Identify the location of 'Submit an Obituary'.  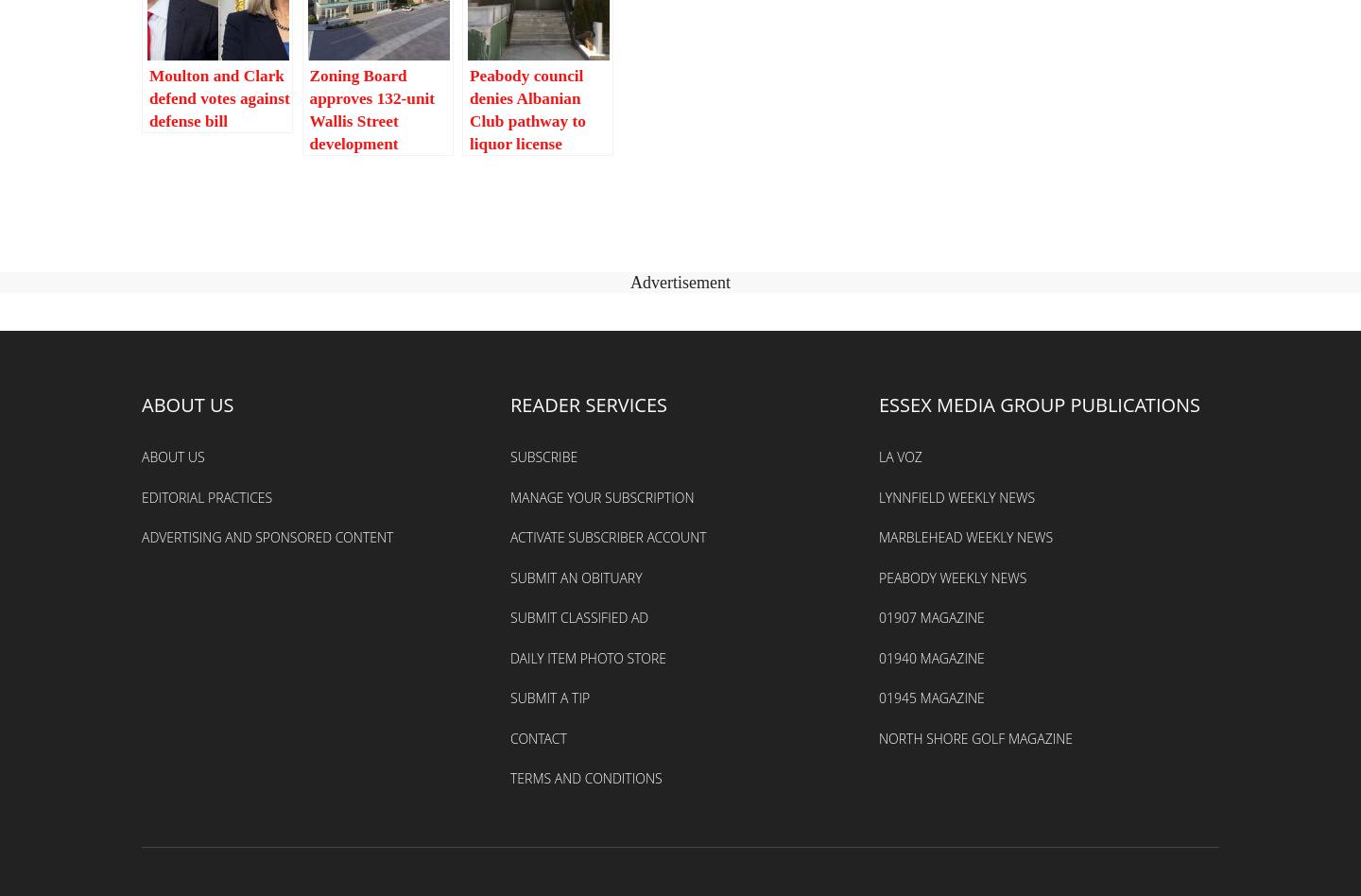
(575, 576).